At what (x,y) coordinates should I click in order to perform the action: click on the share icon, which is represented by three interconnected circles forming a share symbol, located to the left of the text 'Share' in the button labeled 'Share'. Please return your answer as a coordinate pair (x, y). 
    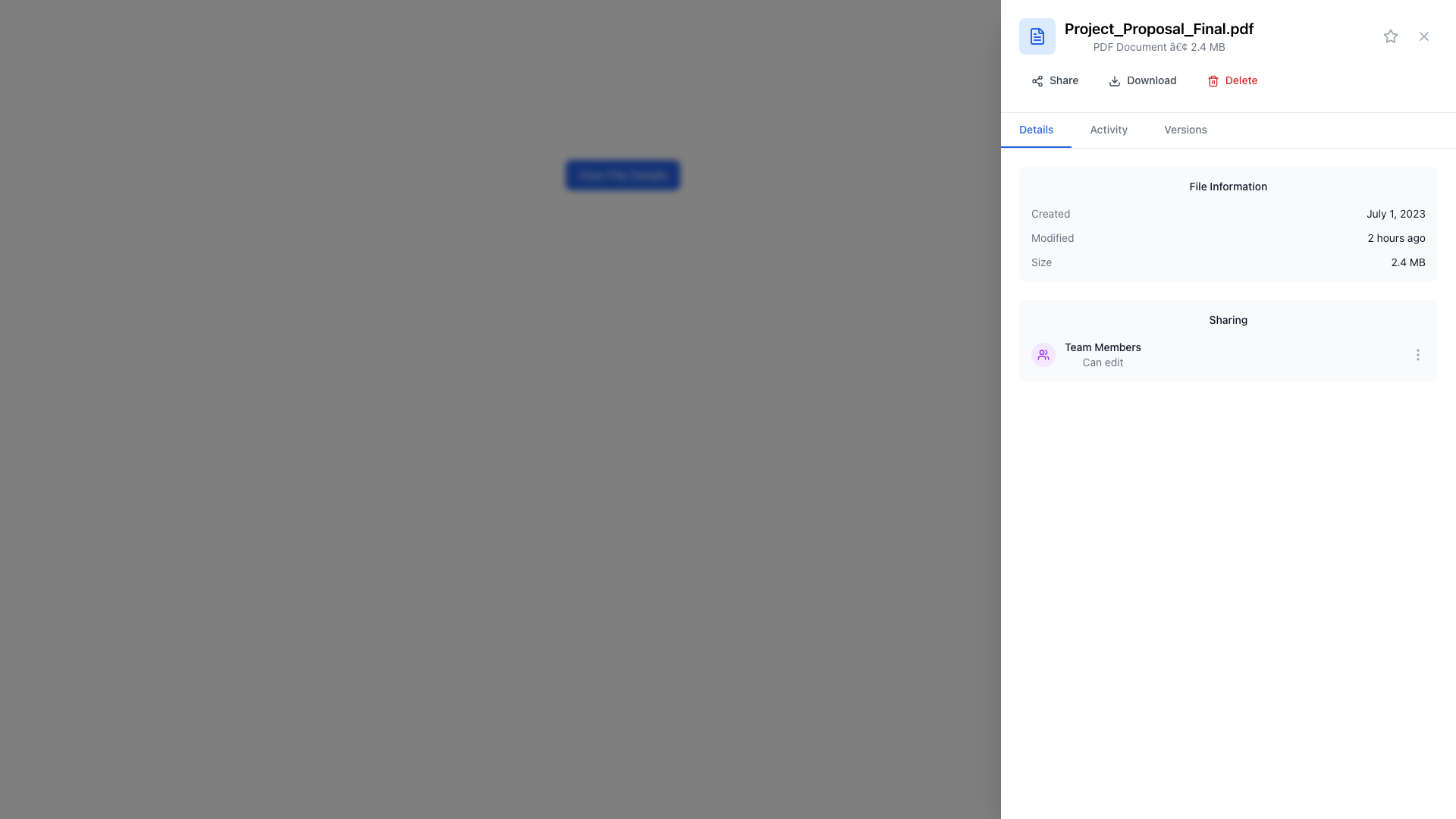
    Looking at the image, I should click on (1037, 81).